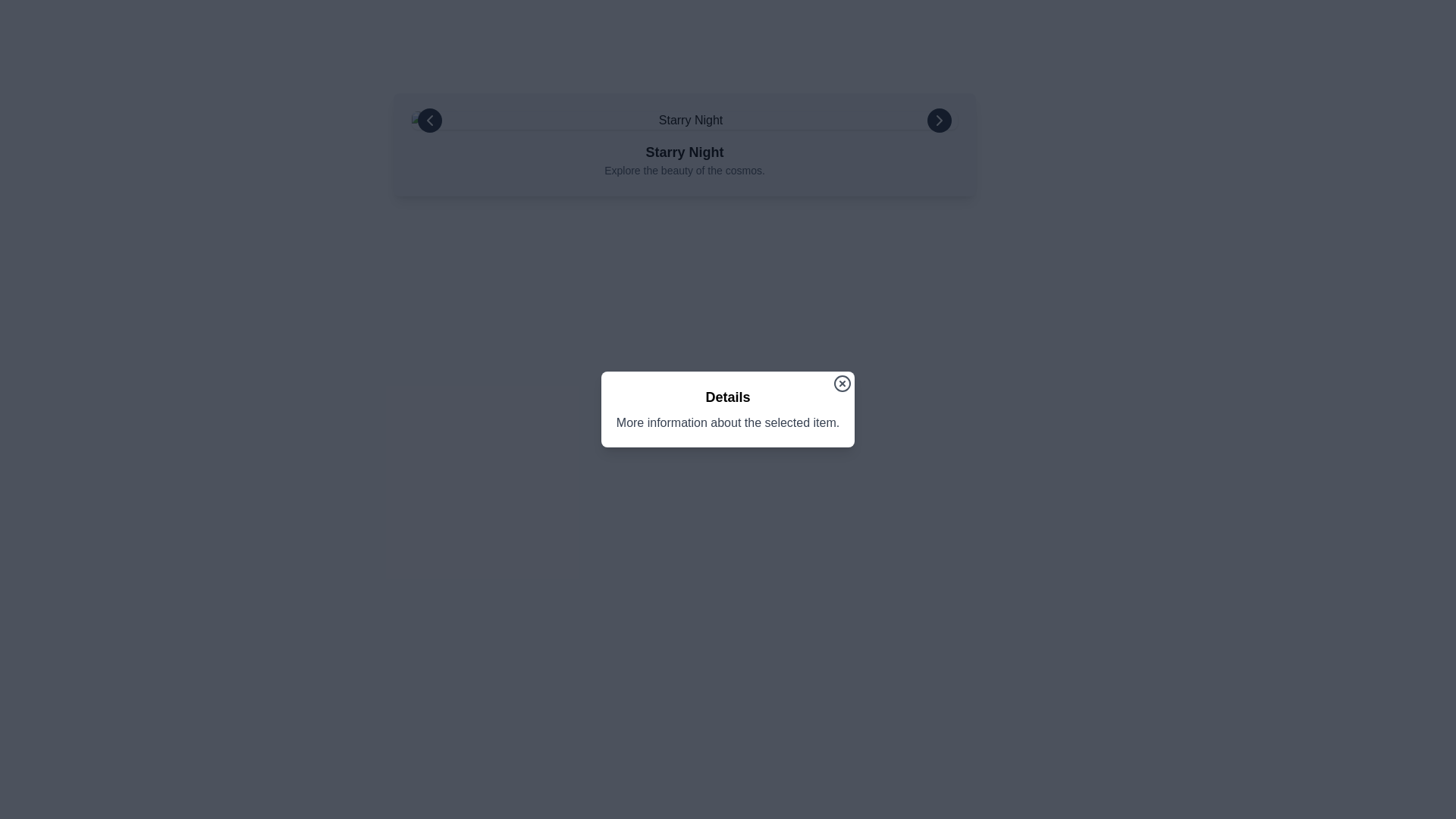 The width and height of the screenshot is (1456, 819). Describe the element at coordinates (683, 170) in the screenshot. I see `the text label displaying 'Explore the beauty of the cosmos.' which is positioned below the title 'Starry Night'` at that location.